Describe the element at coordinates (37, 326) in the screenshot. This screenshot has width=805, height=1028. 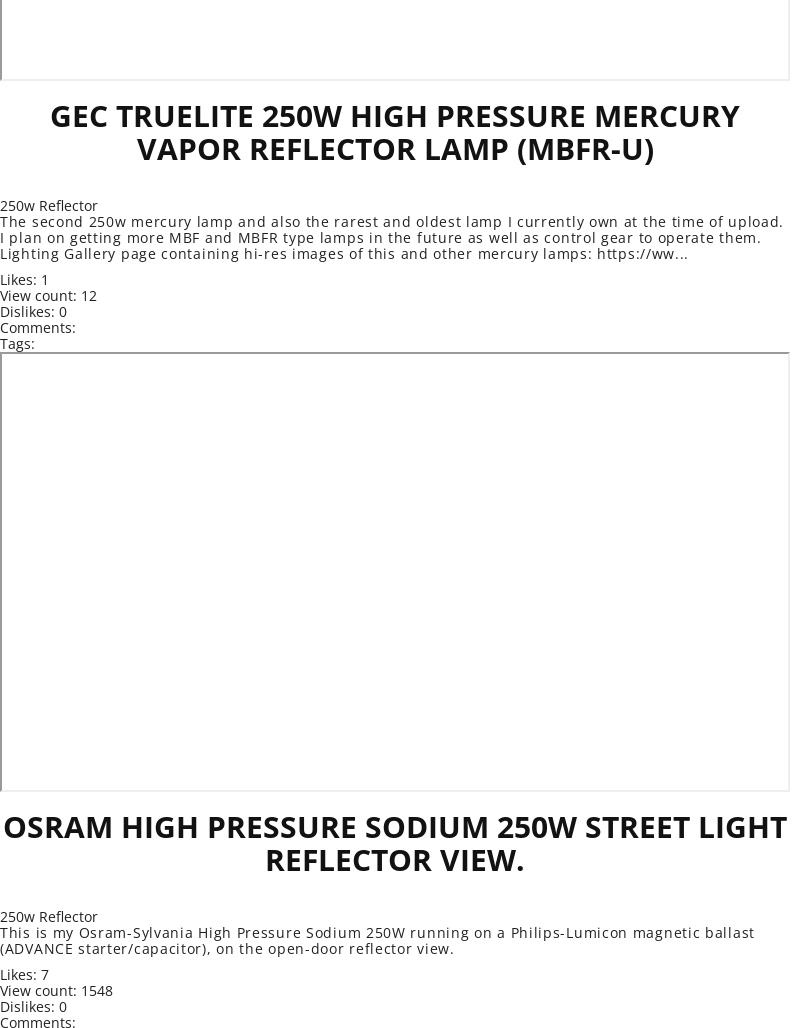
I see `'Comments:'` at that location.